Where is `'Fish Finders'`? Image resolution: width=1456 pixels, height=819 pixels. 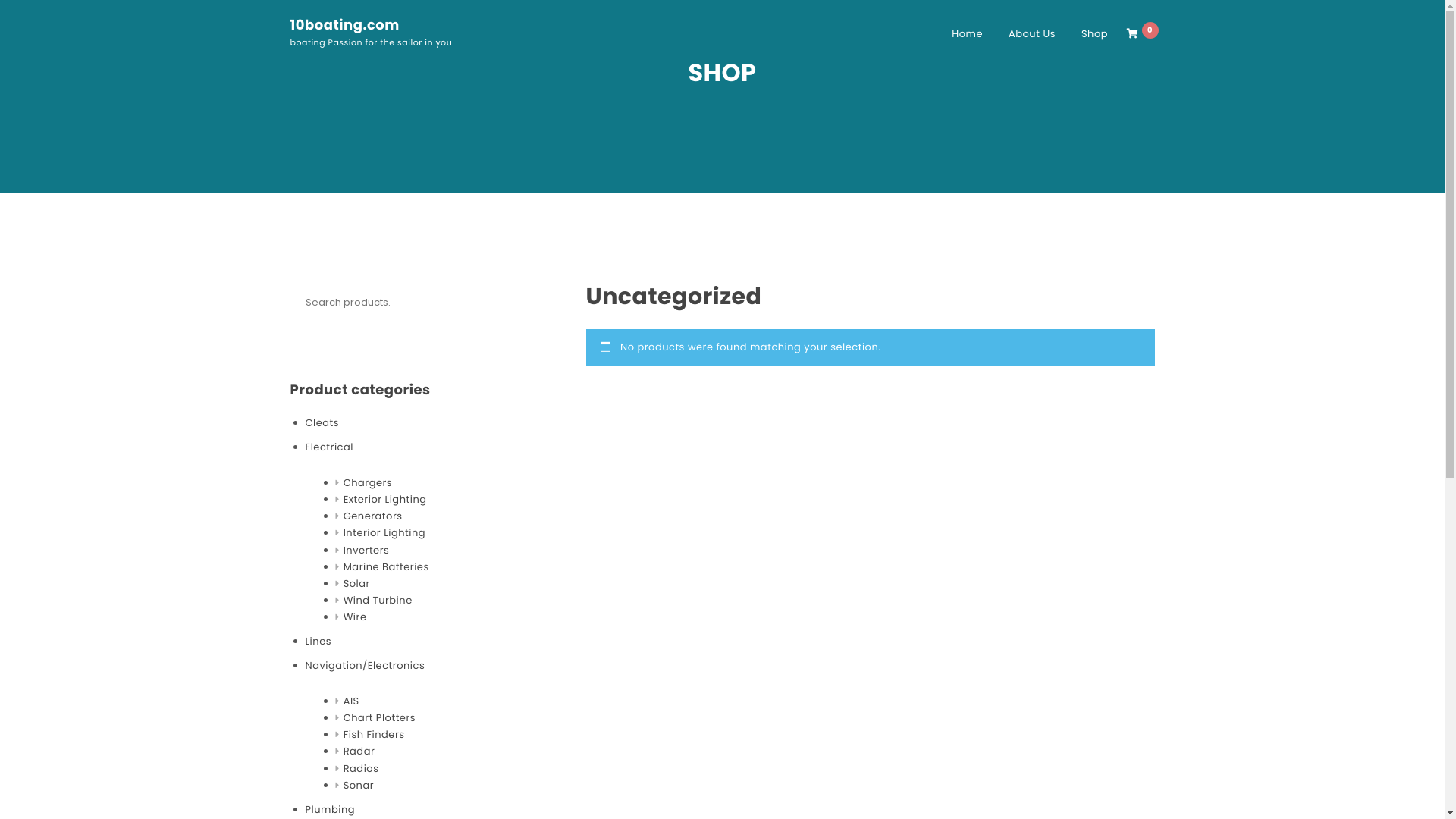
'Fish Finders' is located at coordinates (374, 733).